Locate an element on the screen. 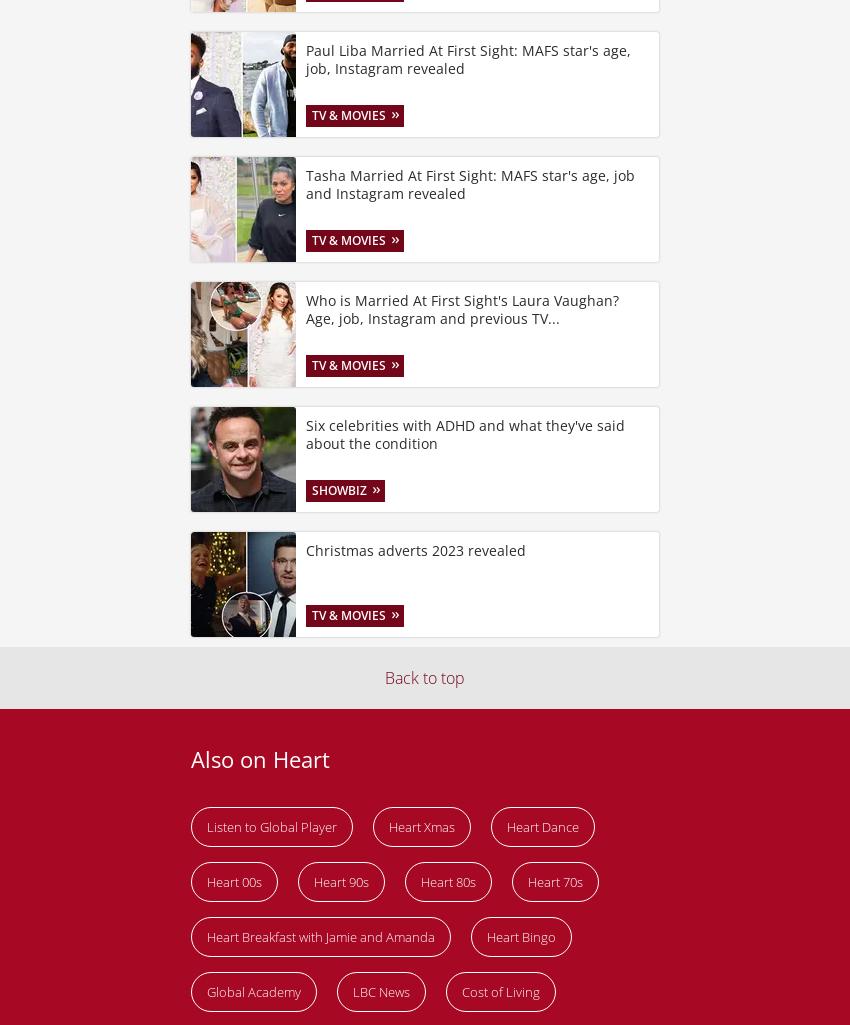 This screenshot has width=850, height=1025. 'Heart Bingo' is located at coordinates (486, 936).